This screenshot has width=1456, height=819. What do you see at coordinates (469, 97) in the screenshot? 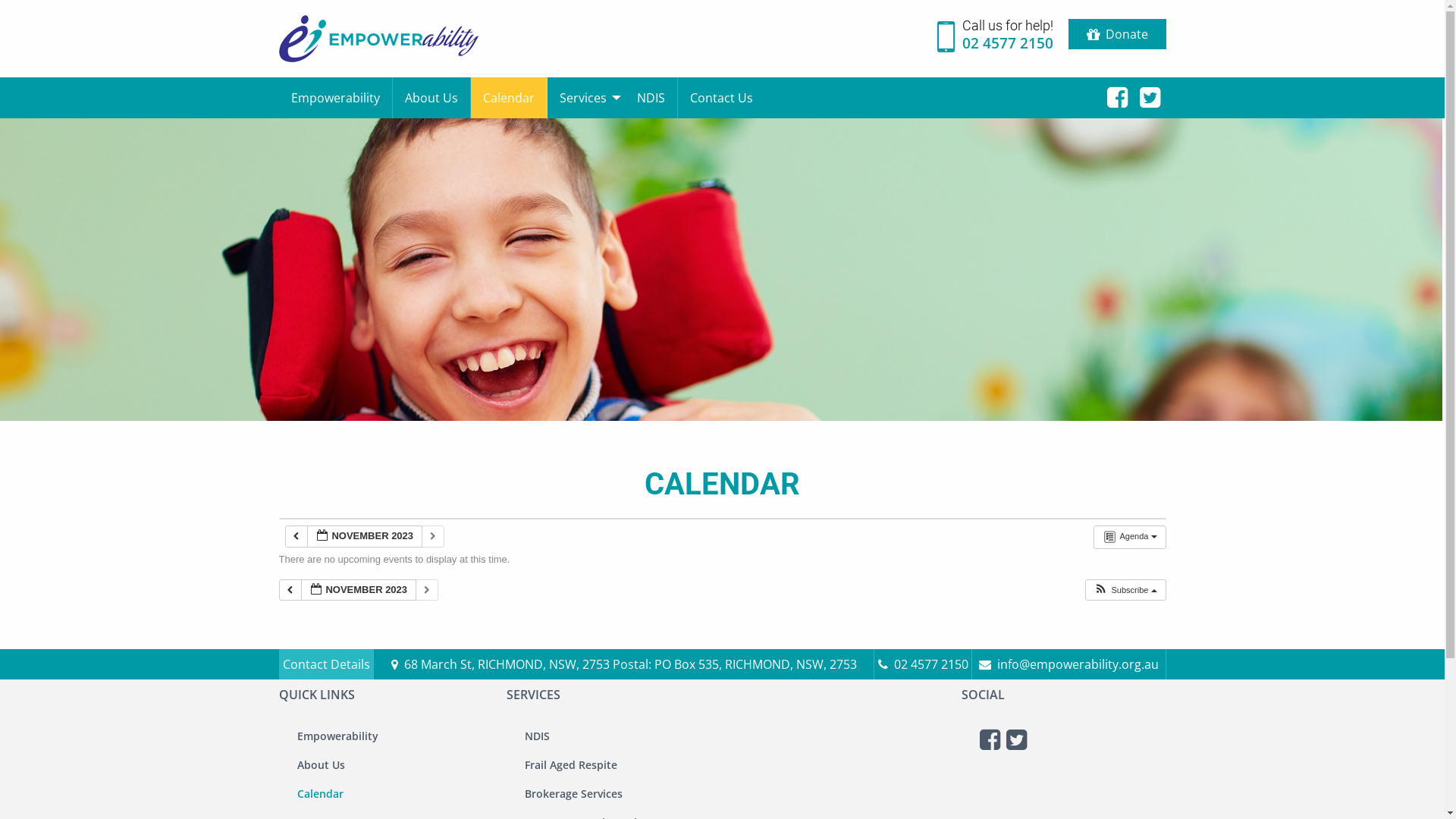
I see `'Calendar'` at bounding box center [469, 97].